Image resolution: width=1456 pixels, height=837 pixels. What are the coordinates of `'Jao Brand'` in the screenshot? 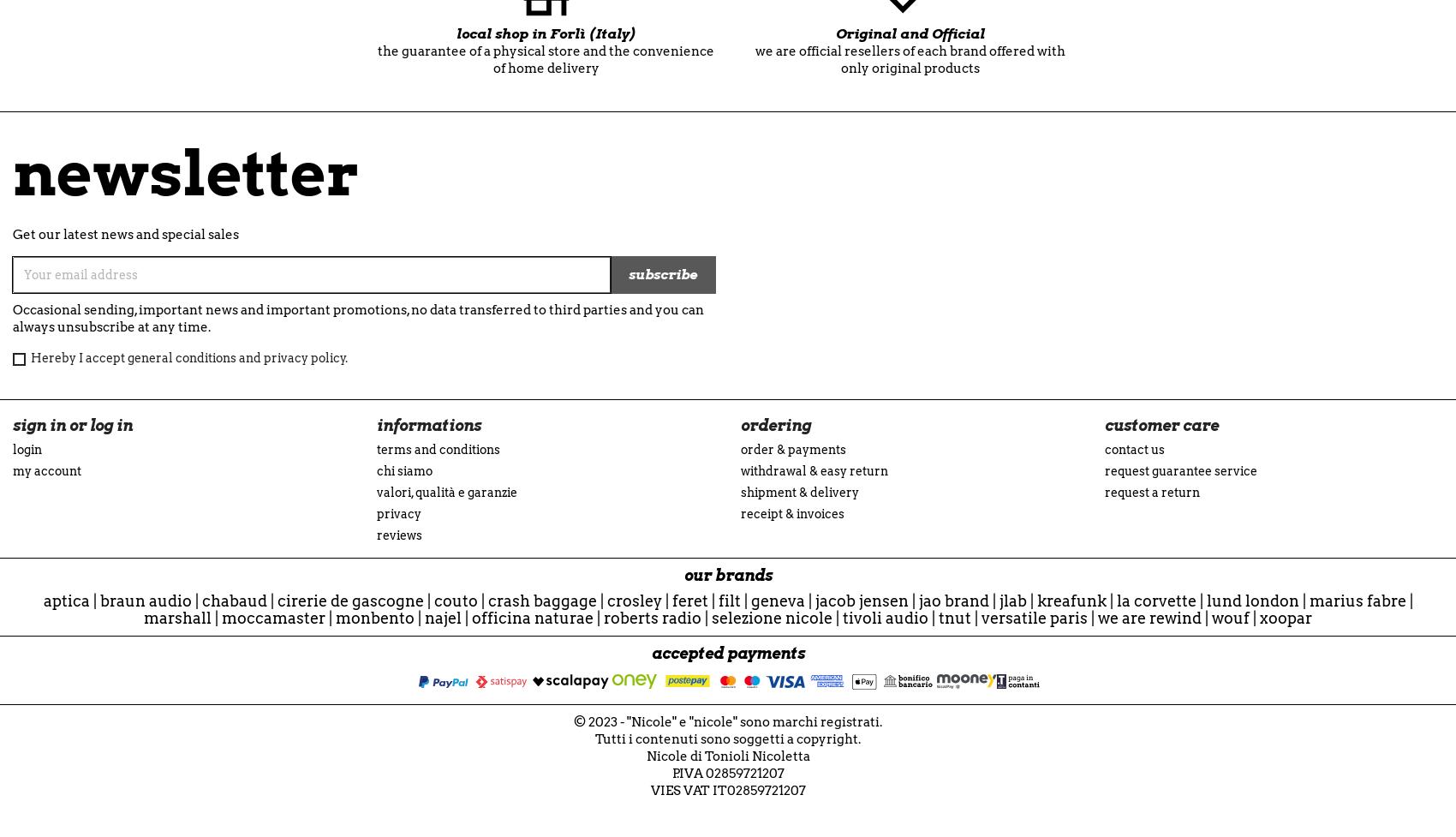 It's located at (918, 601).